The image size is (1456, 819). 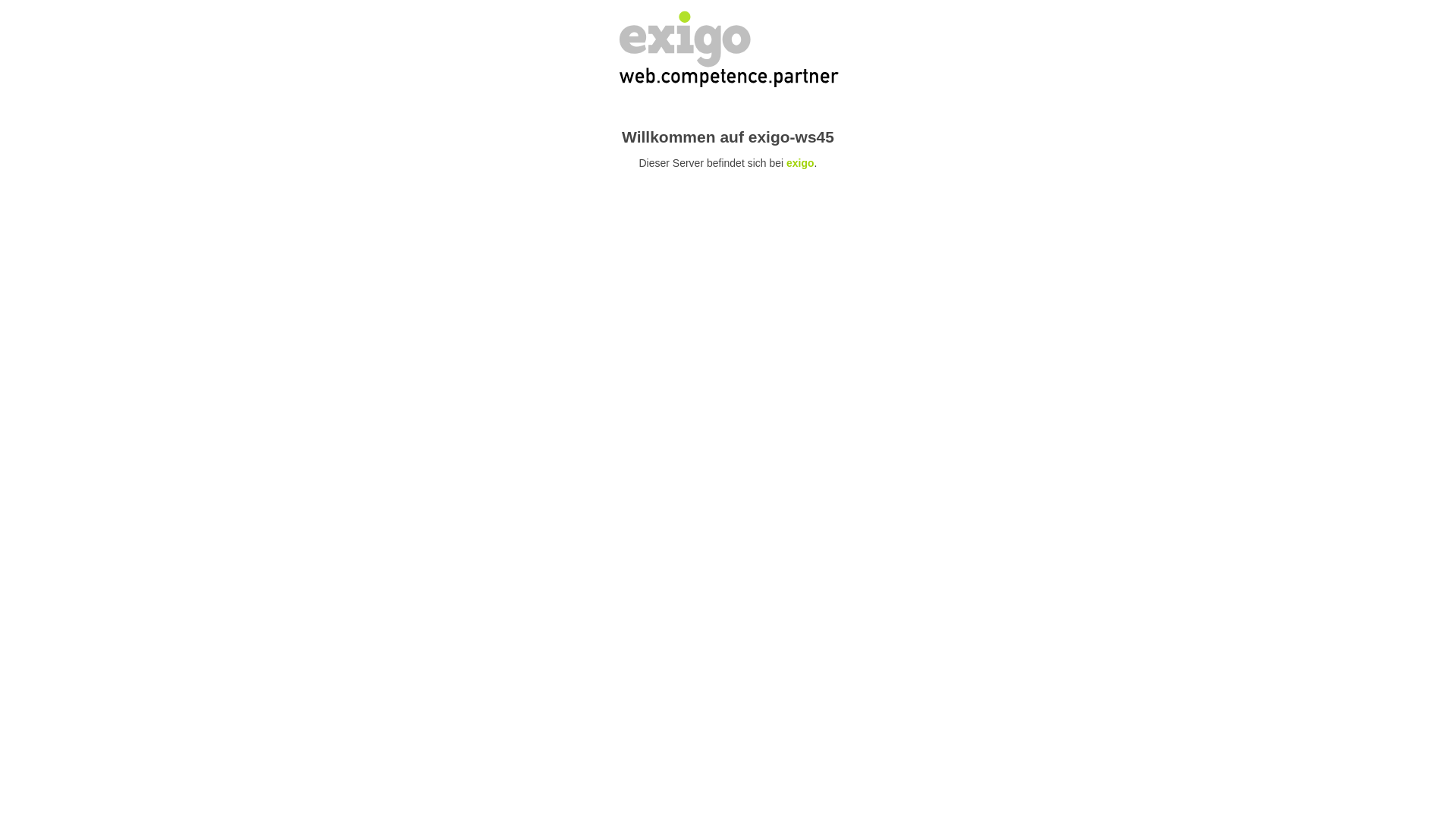 I want to click on 'exigo', so click(x=799, y=163).